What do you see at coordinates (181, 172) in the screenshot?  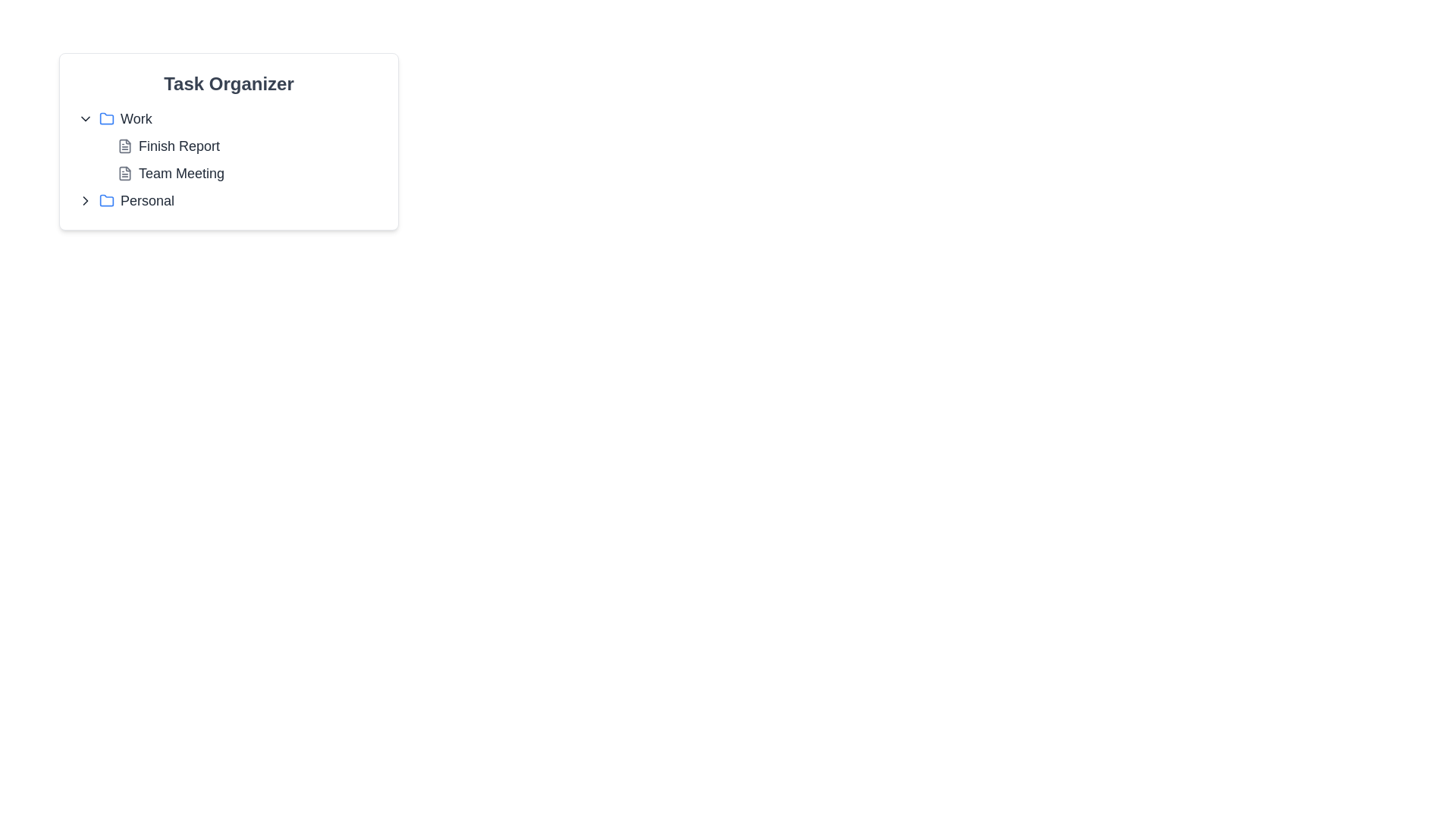 I see `the text label element reading 'Team Meeting', which is styled with a bold font and is indented under the 'Work' heading in the 'Task Organizer' UI` at bounding box center [181, 172].